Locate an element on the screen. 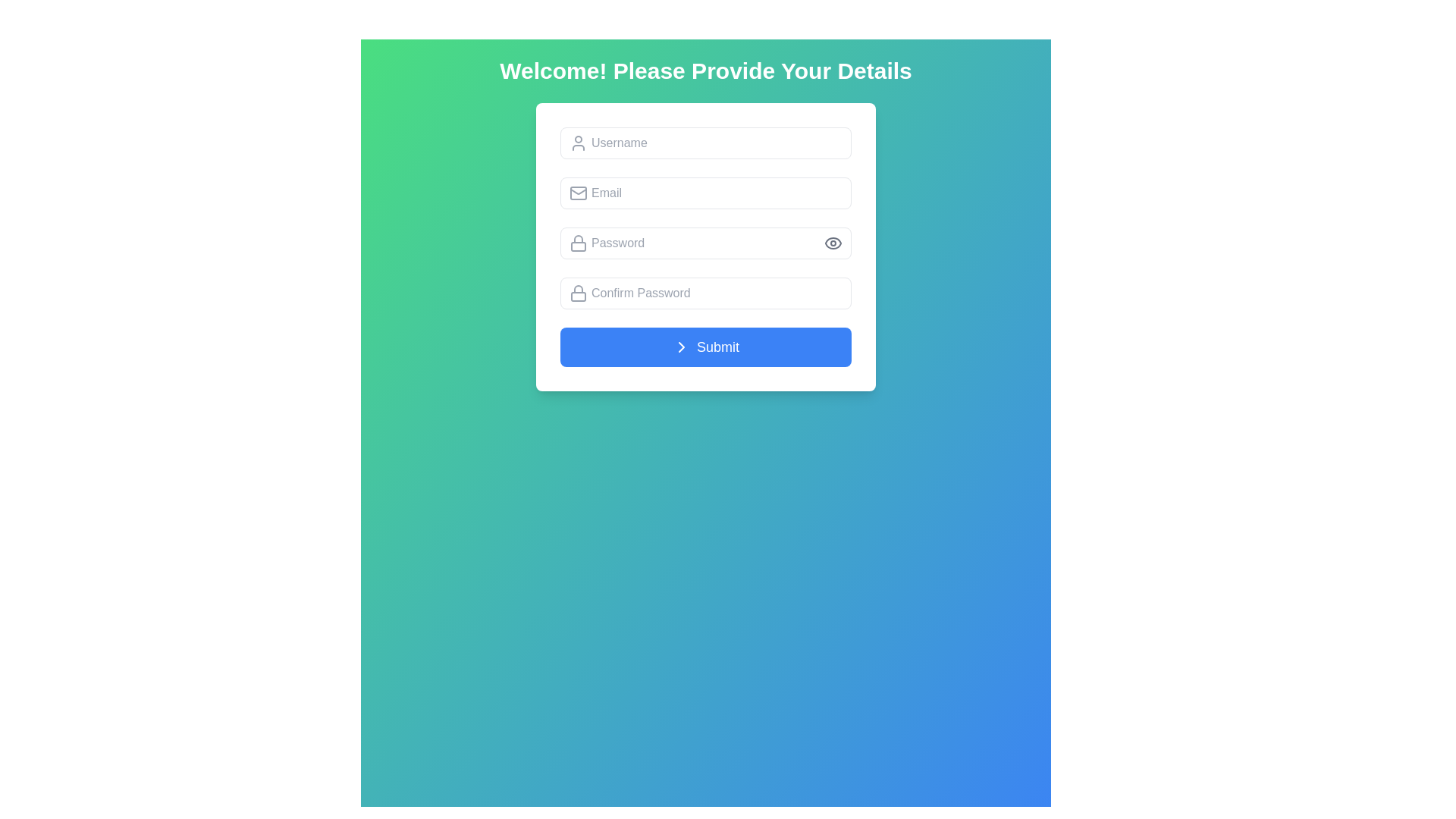 This screenshot has width=1456, height=819. the right-pointing chevron icon is located at coordinates (680, 347).